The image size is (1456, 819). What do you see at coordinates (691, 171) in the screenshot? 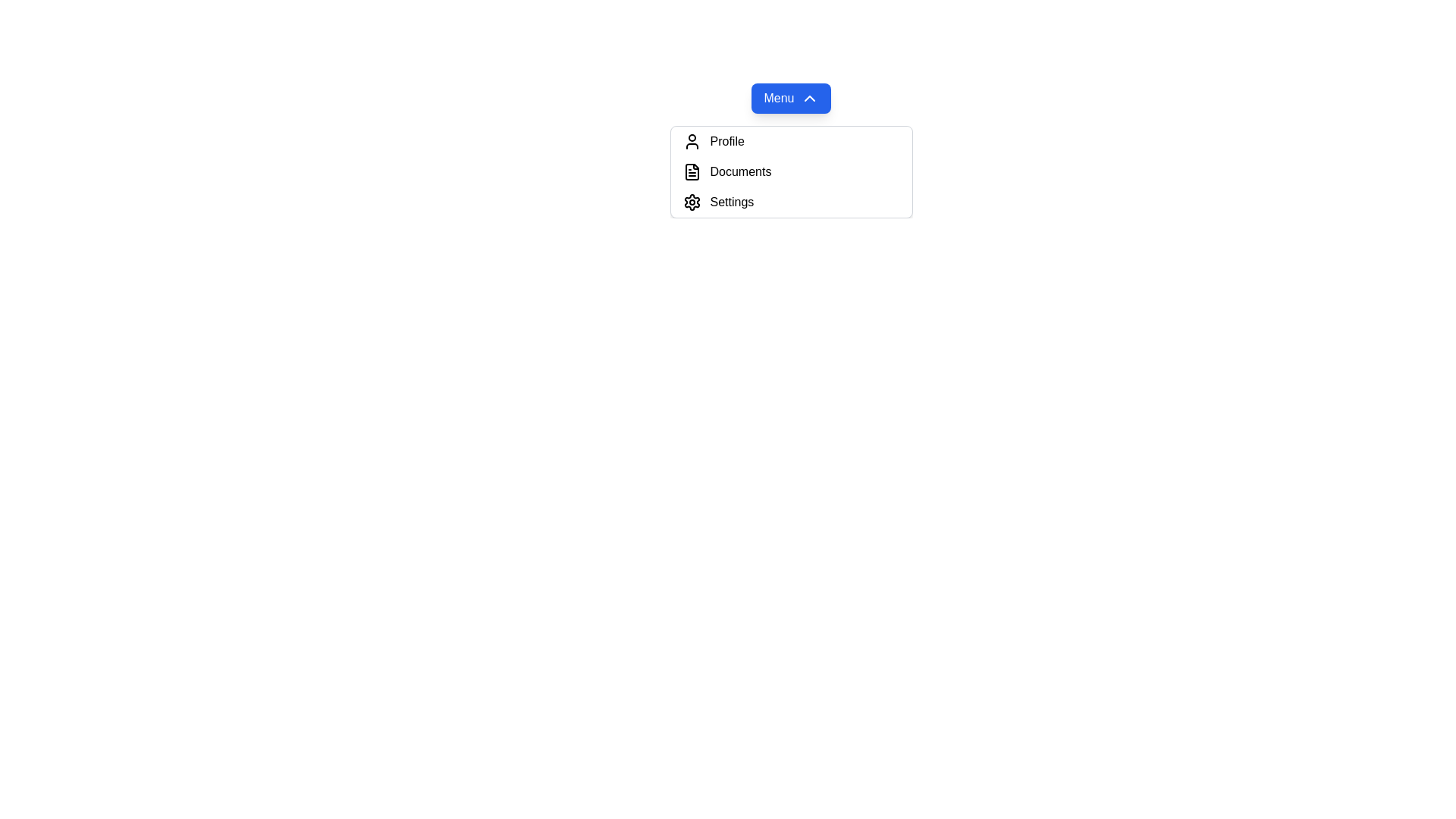
I see `the document icon located beside the 'Documents' text in the vertical menu list` at bounding box center [691, 171].